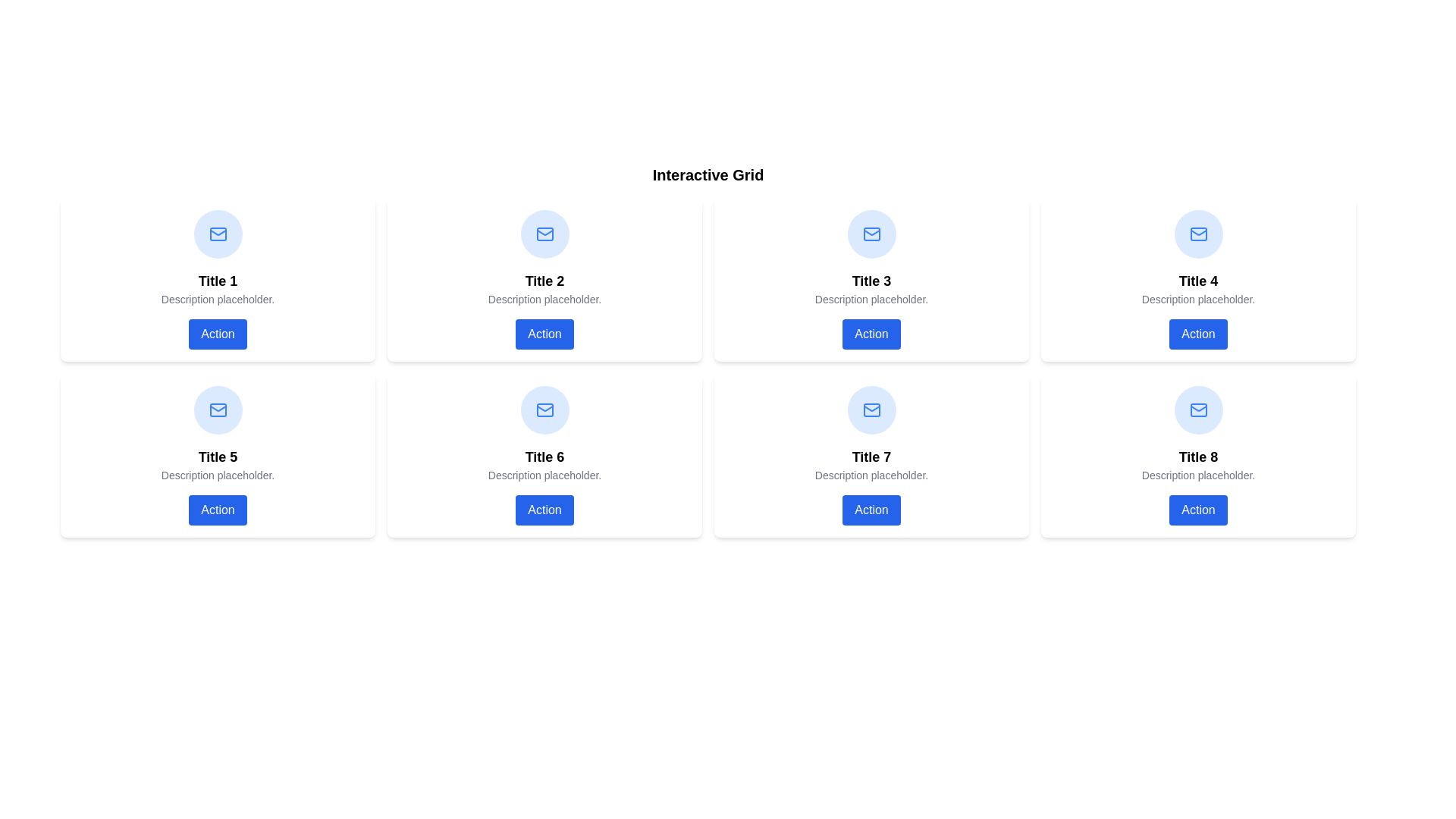 Image resolution: width=1456 pixels, height=819 pixels. Describe the element at coordinates (544, 456) in the screenshot. I see `the text element displaying 'Title 6', which is located in the second row and first column of the grid layout, positioned under an icon and above descriptive text and a button` at that location.